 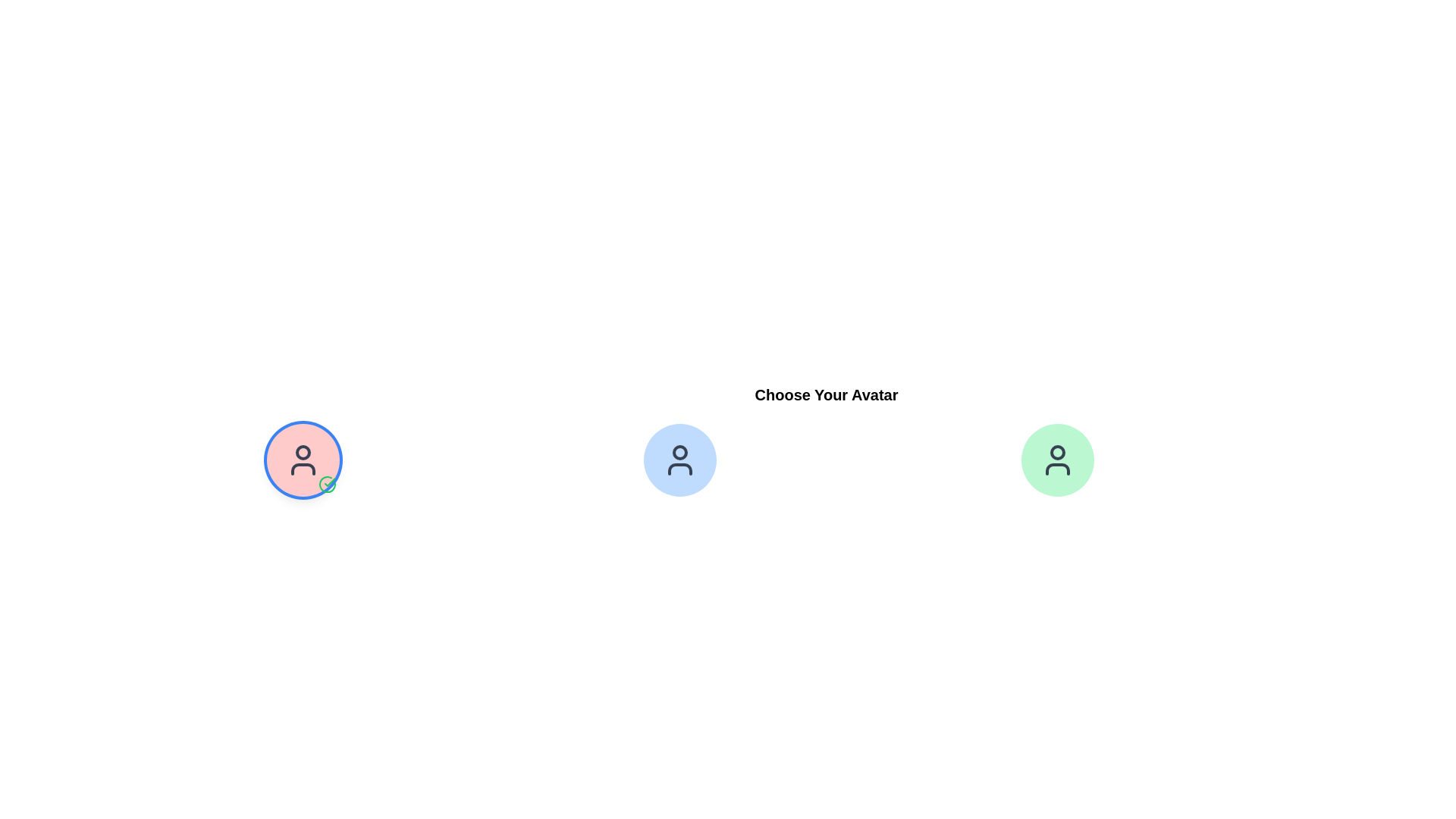 I want to click on informative heading text element positioned above the avatar selection grid, so click(x=825, y=394).